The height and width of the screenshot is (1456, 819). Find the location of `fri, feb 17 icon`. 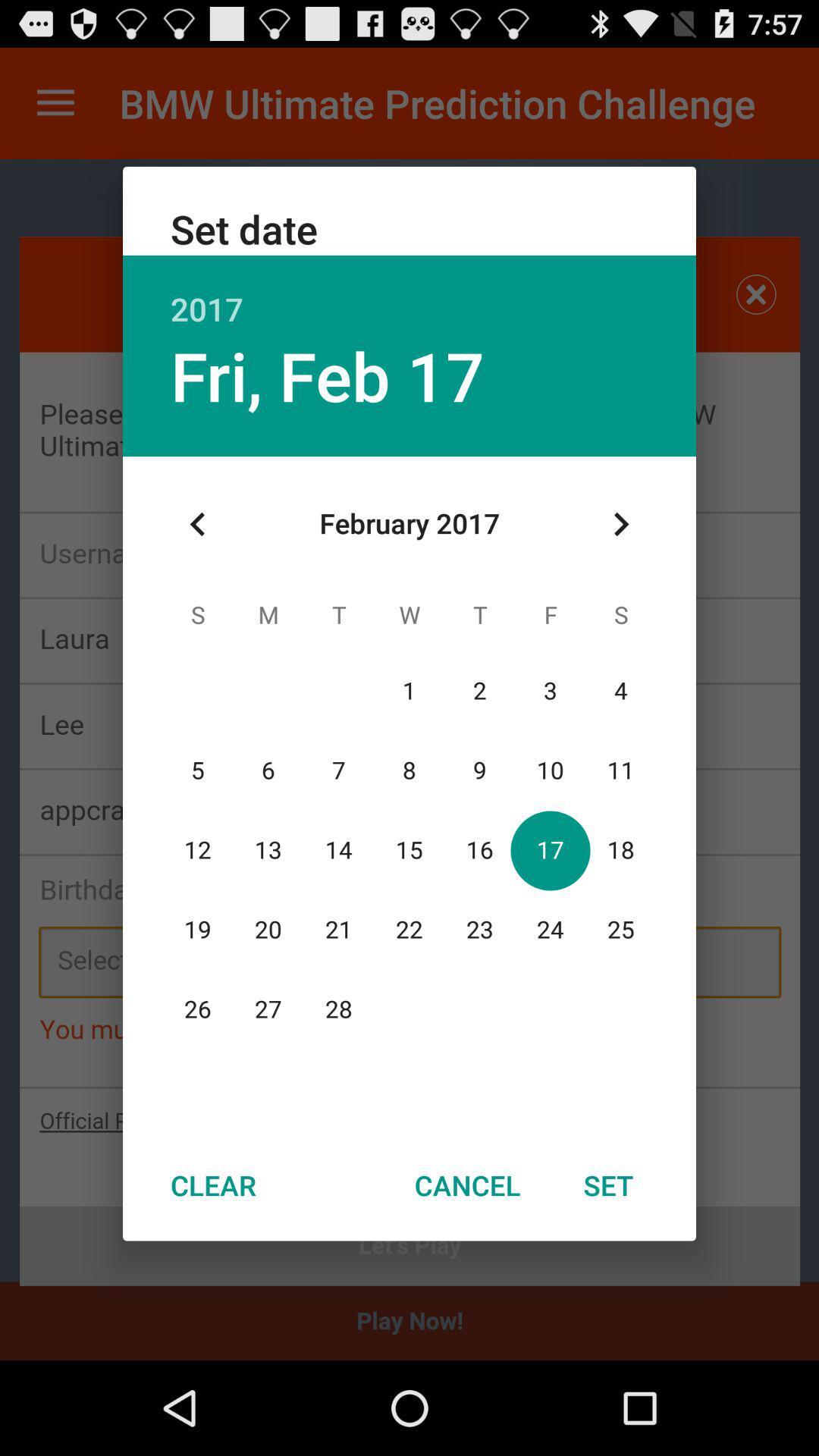

fri, feb 17 icon is located at coordinates (327, 375).